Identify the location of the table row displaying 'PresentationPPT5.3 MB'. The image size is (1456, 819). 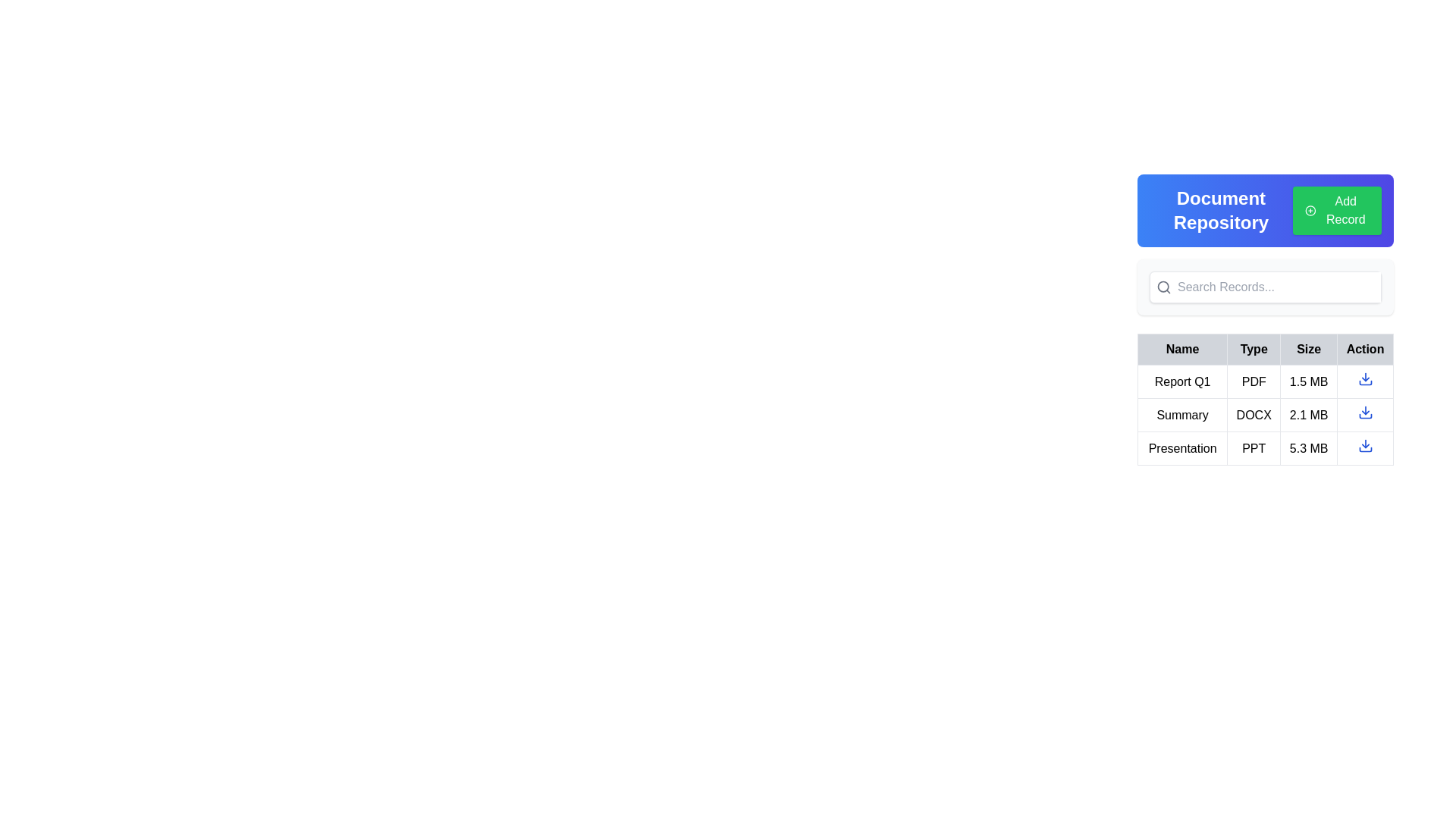
(1266, 447).